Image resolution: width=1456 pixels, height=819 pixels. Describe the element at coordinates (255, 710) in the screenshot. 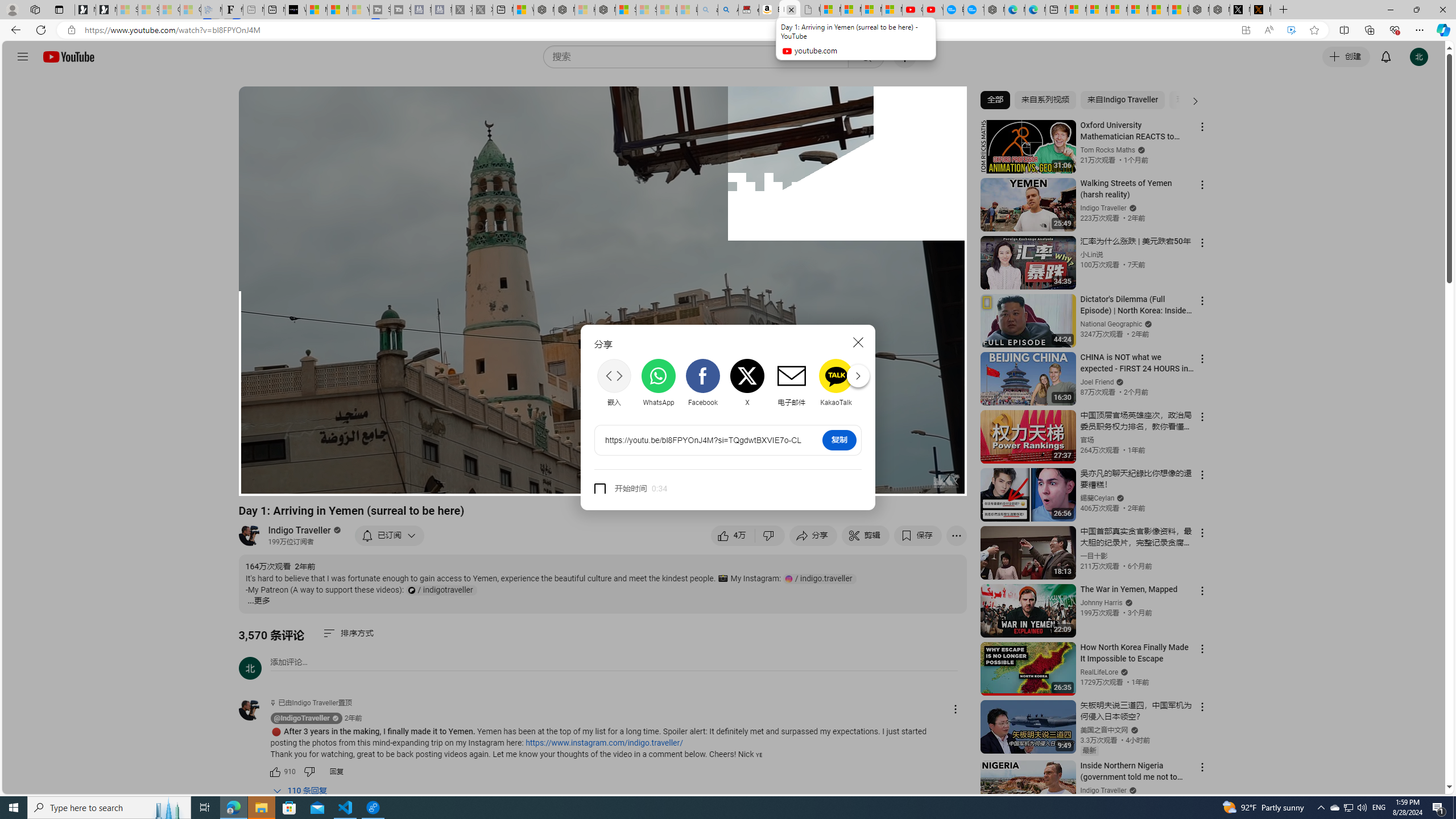

I see `'@IndigoTraveller'` at that location.